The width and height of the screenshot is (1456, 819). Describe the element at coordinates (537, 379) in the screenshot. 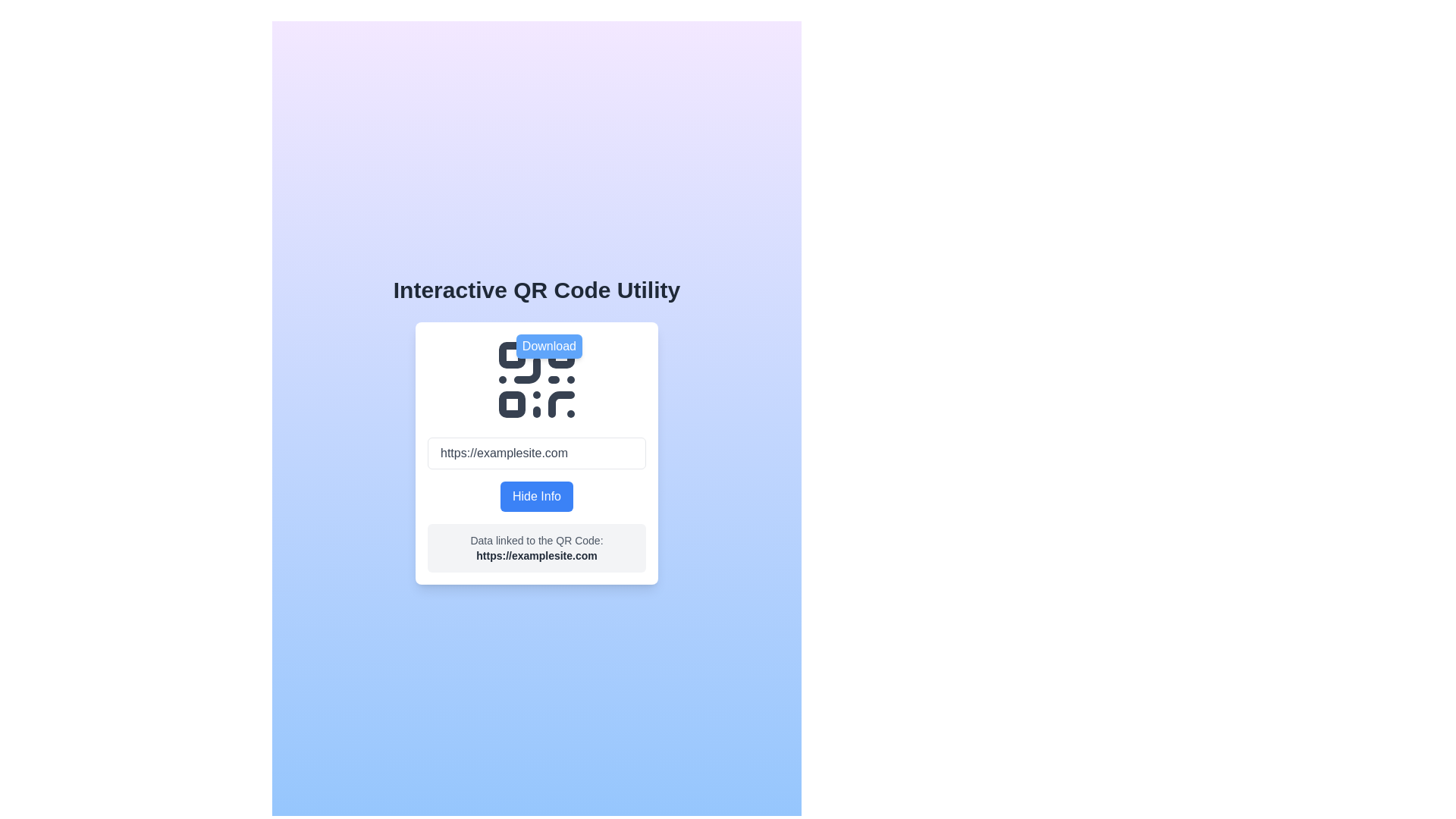

I see `the QR Code located at the center of the card beneath the 'Download' button, represented by a grid-like pattern of black shapes on a white background` at that location.